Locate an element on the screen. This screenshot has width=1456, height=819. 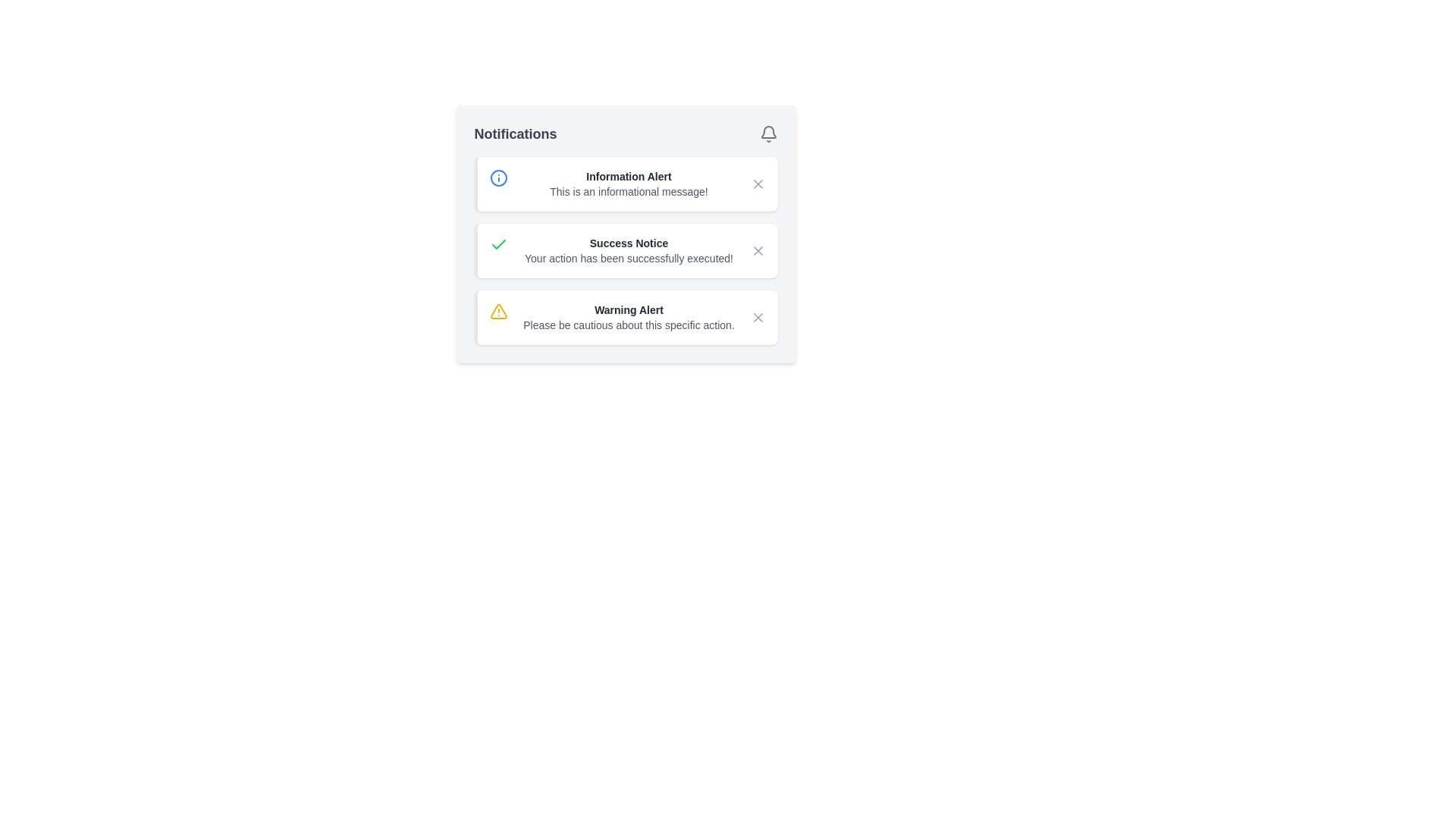
the 'Warning Alert' text label, which is bold, small font size, and dark gray color, located at the top of the notification box is located at coordinates (629, 309).